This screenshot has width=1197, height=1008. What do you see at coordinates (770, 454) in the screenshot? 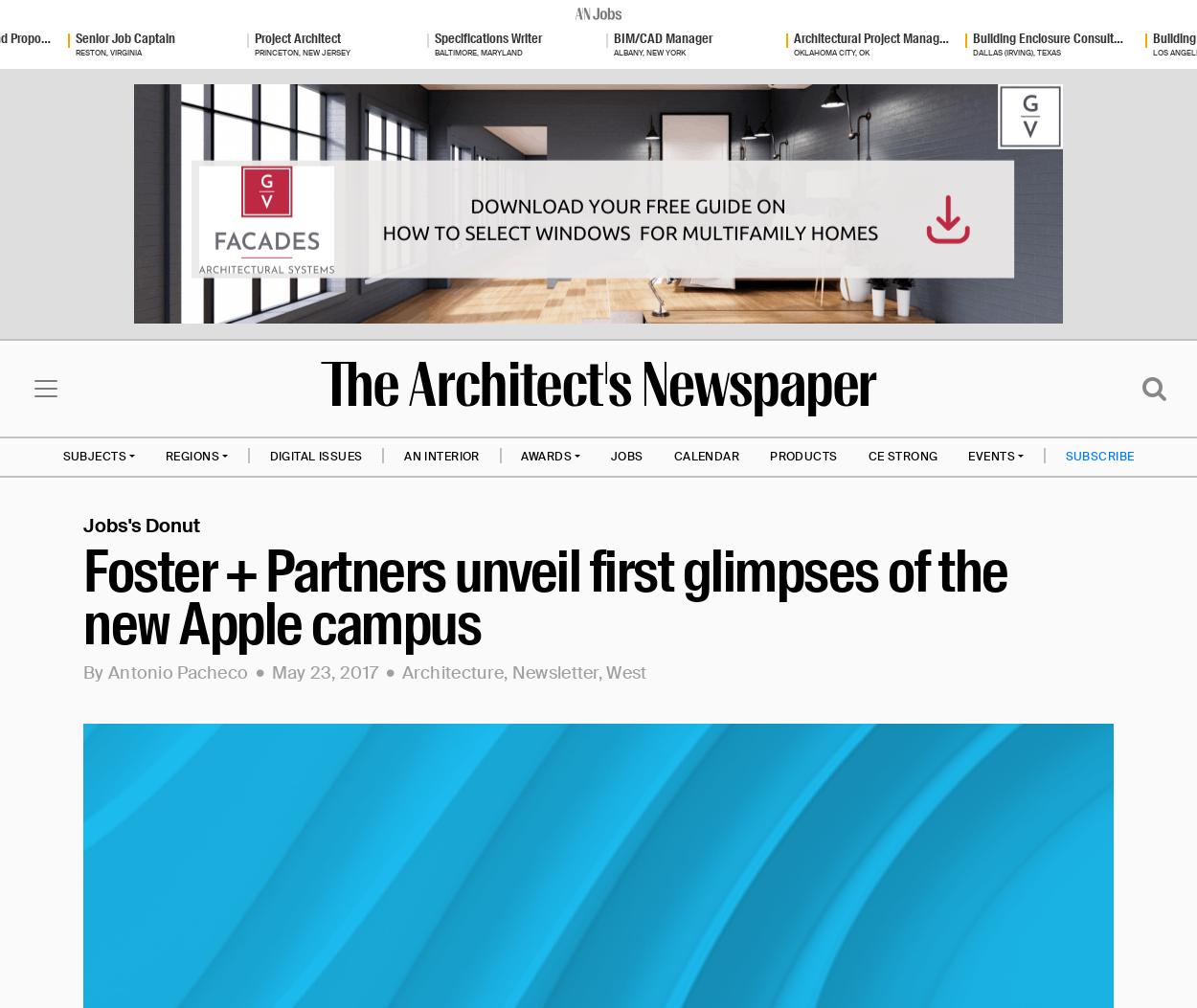
I see `'Products'` at bounding box center [770, 454].